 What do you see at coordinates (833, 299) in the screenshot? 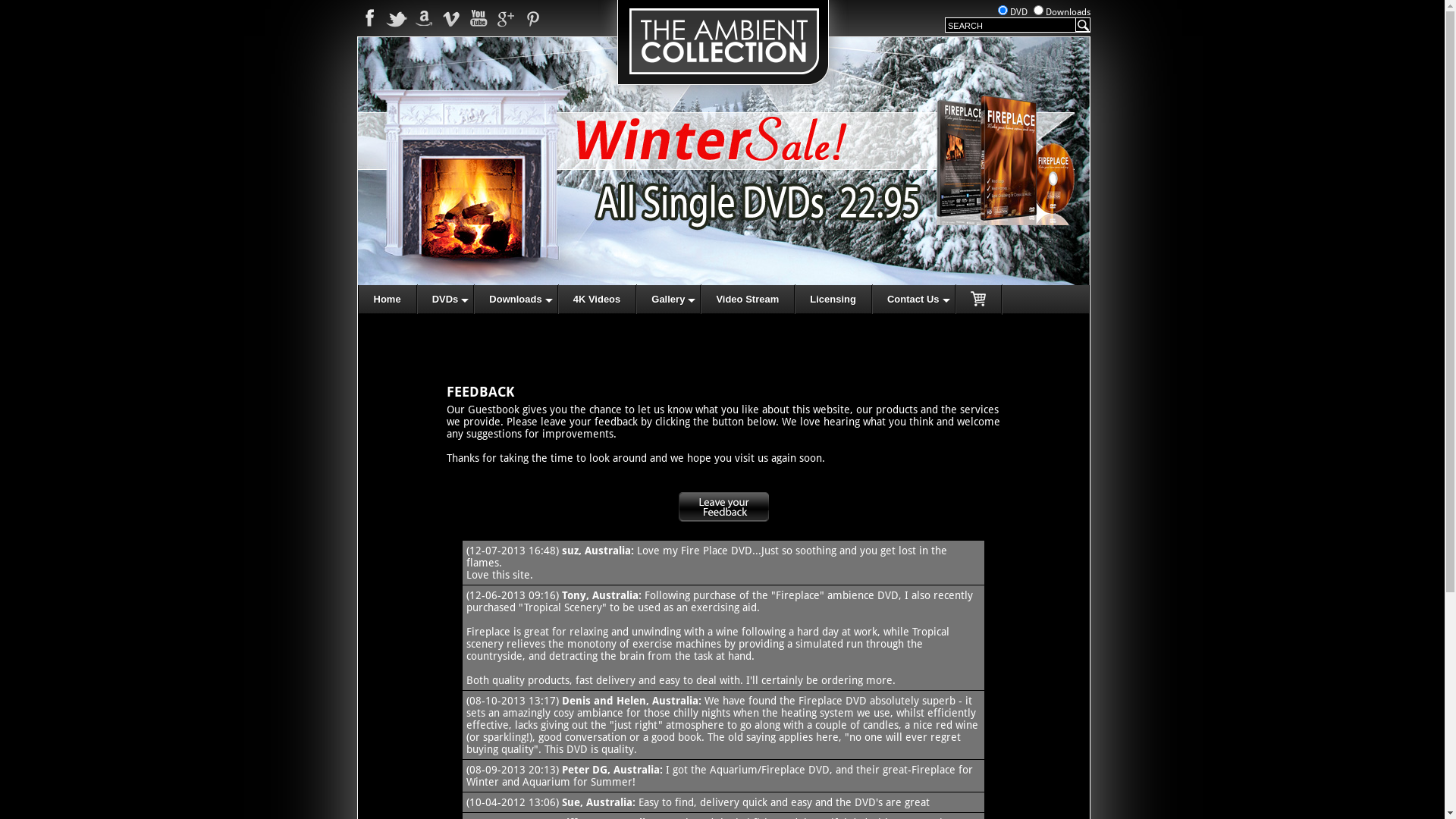
I see `'Licensing'` at bounding box center [833, 299].